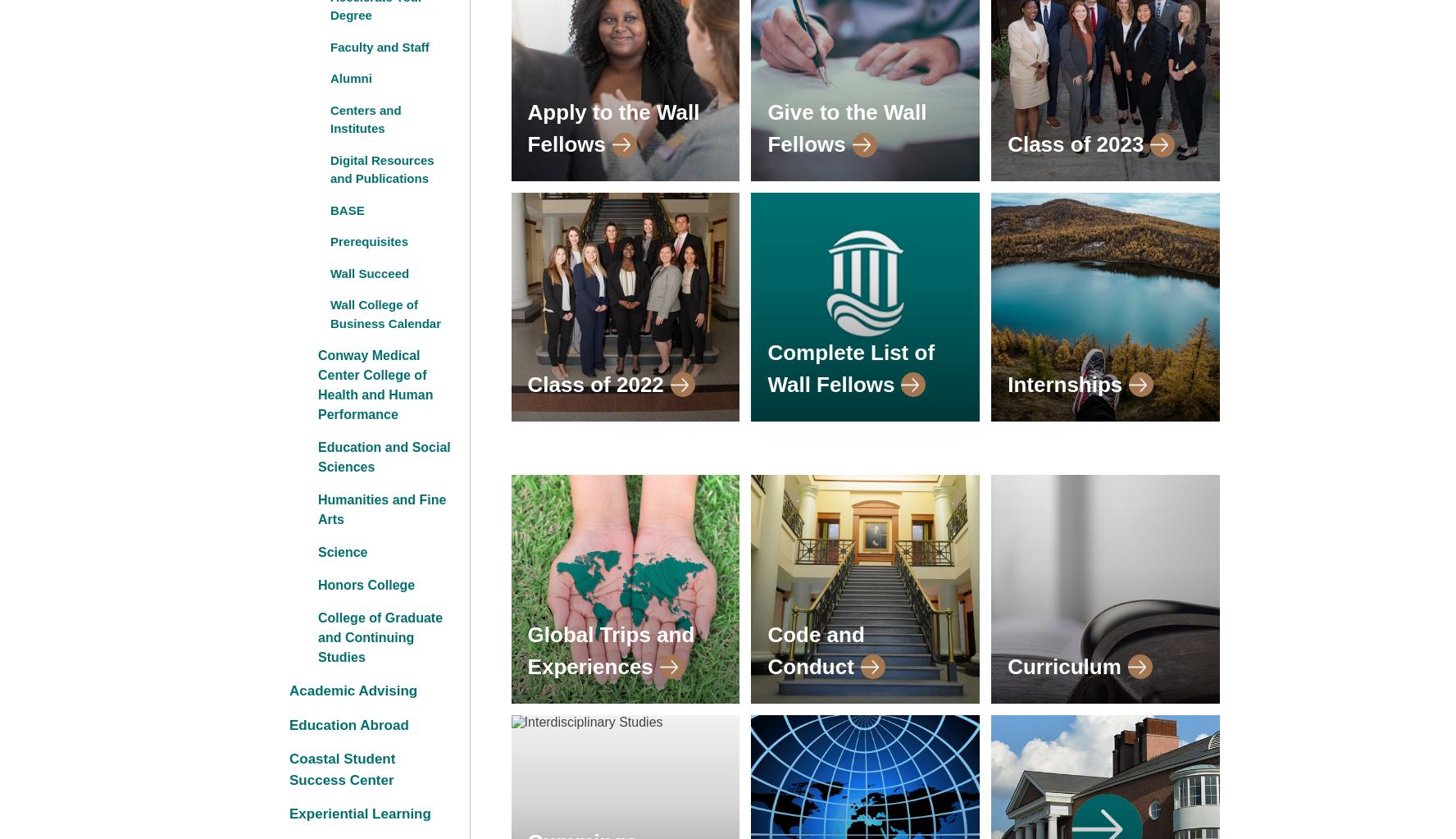 This screenshot has height=839, width=1456. What do you see at coordinates (639, 383) in the screenshot?
I see `'2022'` at bounding box center [639, 383].